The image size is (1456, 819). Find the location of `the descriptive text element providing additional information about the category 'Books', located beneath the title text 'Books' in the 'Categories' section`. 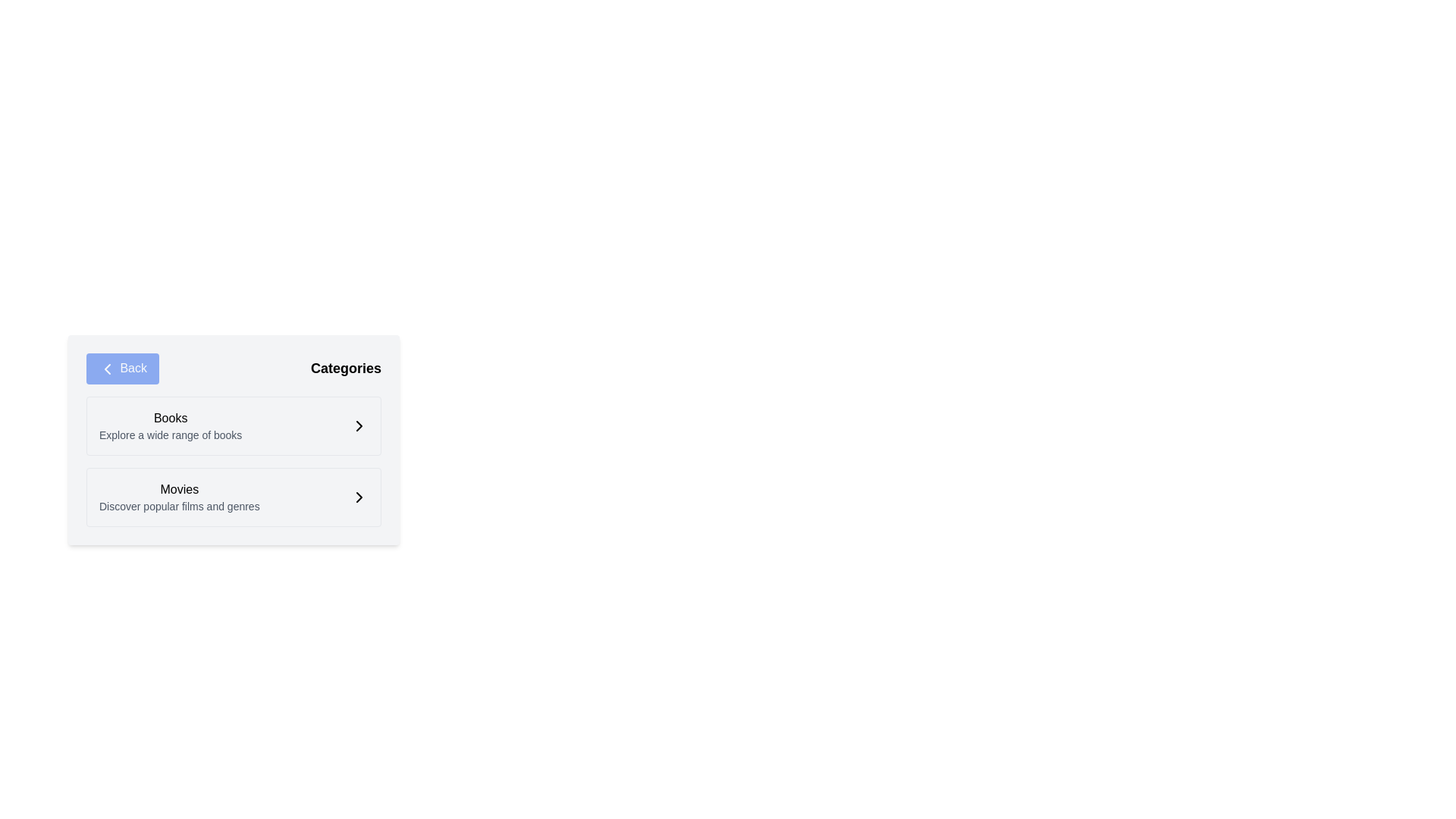

the descriptive text element providing additional information about the category 'Books', located beneath the title text 'Books' in the 'Categories' section is located at coordinates (171, 435).